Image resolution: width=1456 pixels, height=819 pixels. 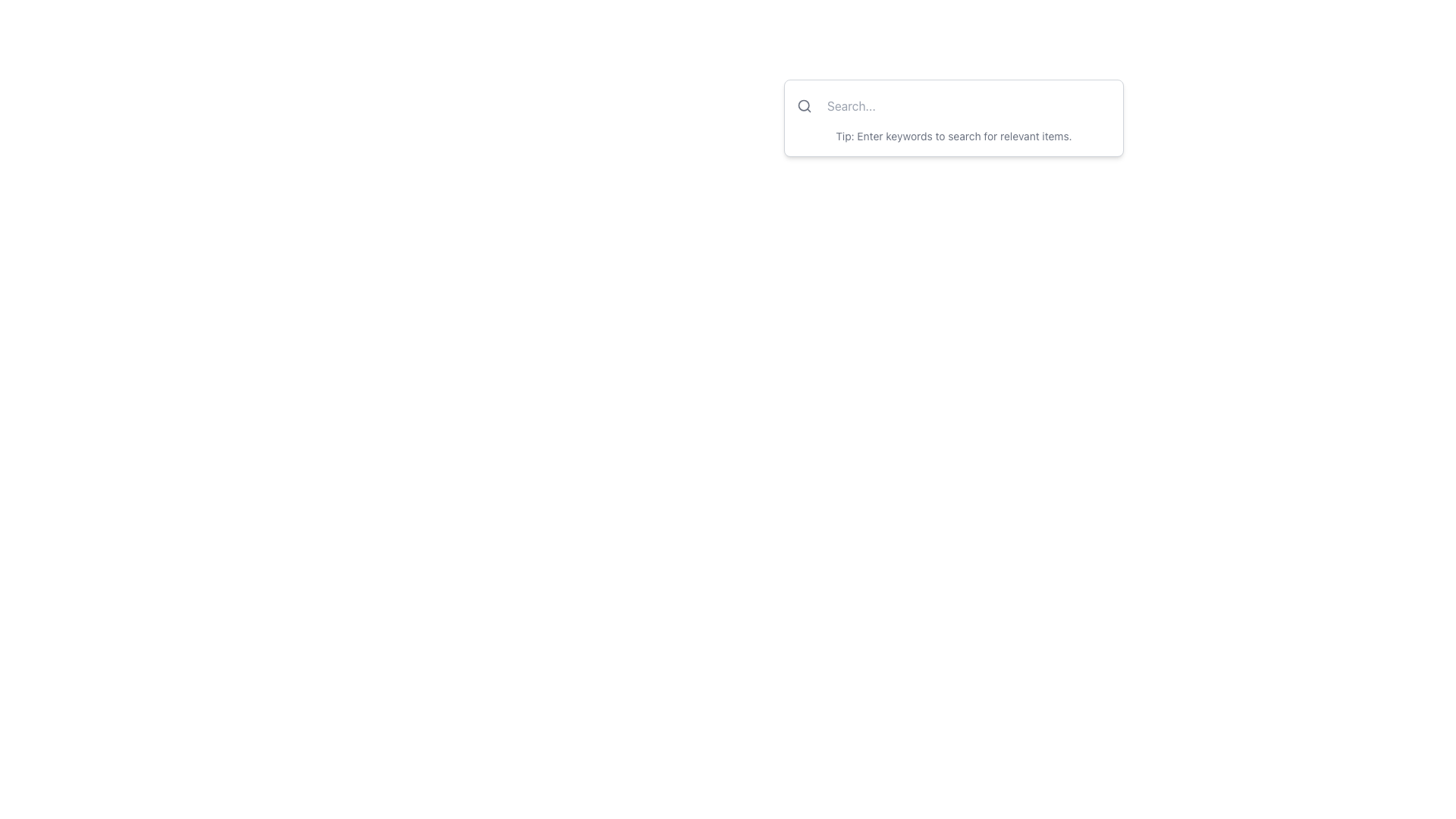 What do you see at coordinates (803, 105) in the screenshot?
I see `the circular component of the search icon located to the left of the text area in the search bar interface` at bounding box center [803, 105].